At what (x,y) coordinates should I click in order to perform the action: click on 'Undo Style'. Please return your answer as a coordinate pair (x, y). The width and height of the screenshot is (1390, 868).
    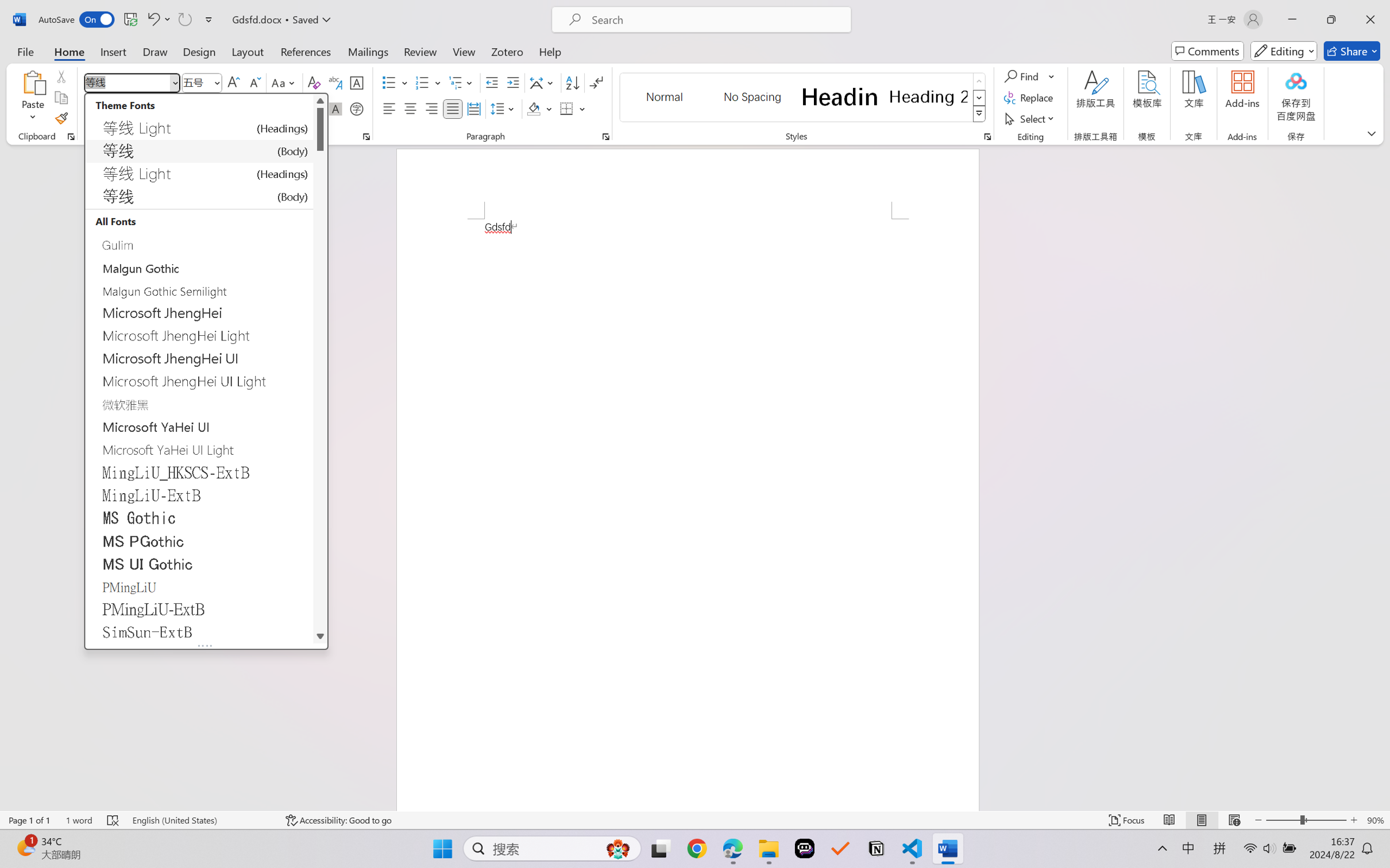
    Looking at the image, I should click on (157, 19).